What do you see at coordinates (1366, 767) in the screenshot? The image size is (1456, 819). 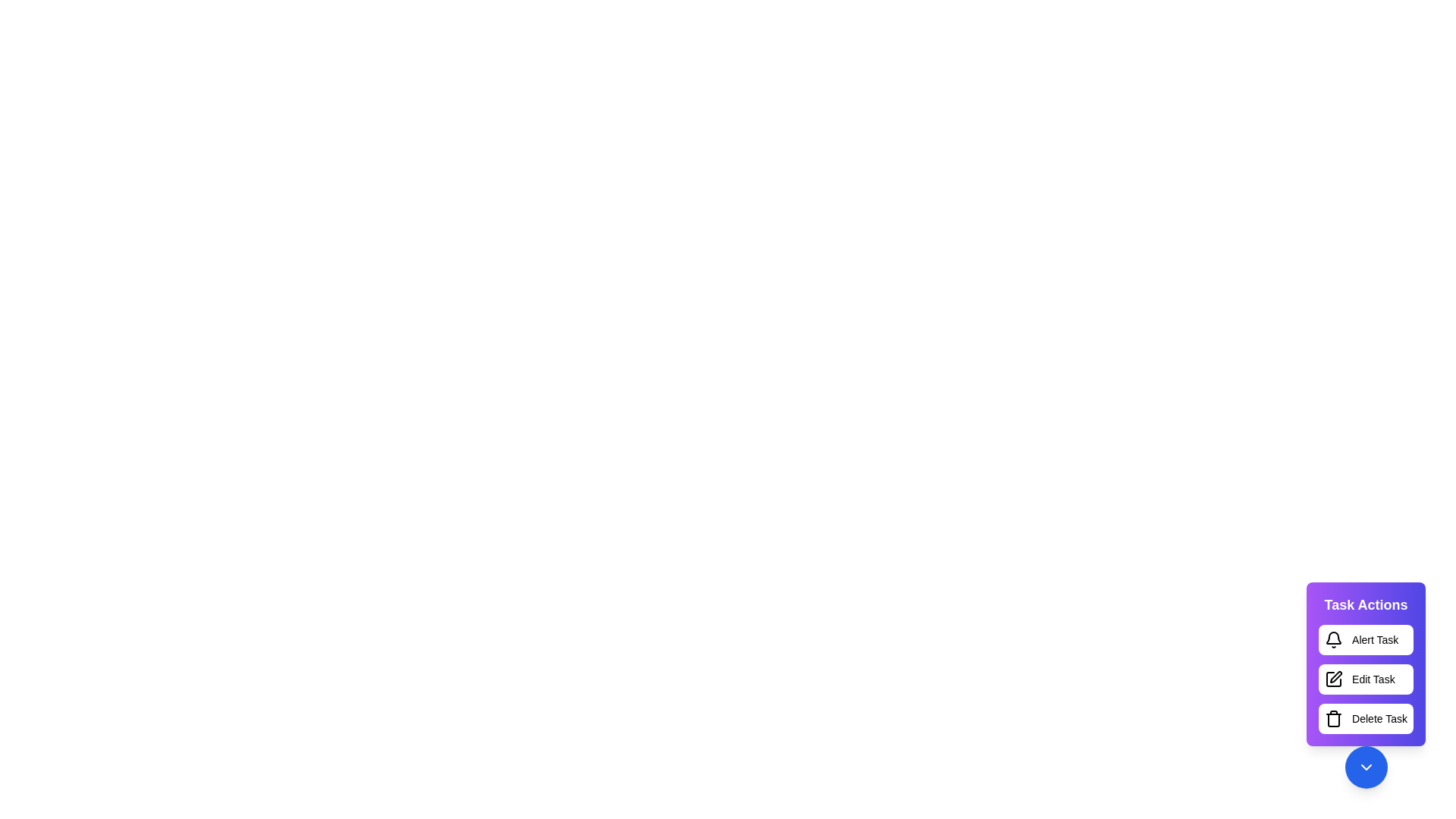 I see `the button at the bottom right corner to toggle the visibility of the Task Actions menu` at bounding box center [1366, 767].